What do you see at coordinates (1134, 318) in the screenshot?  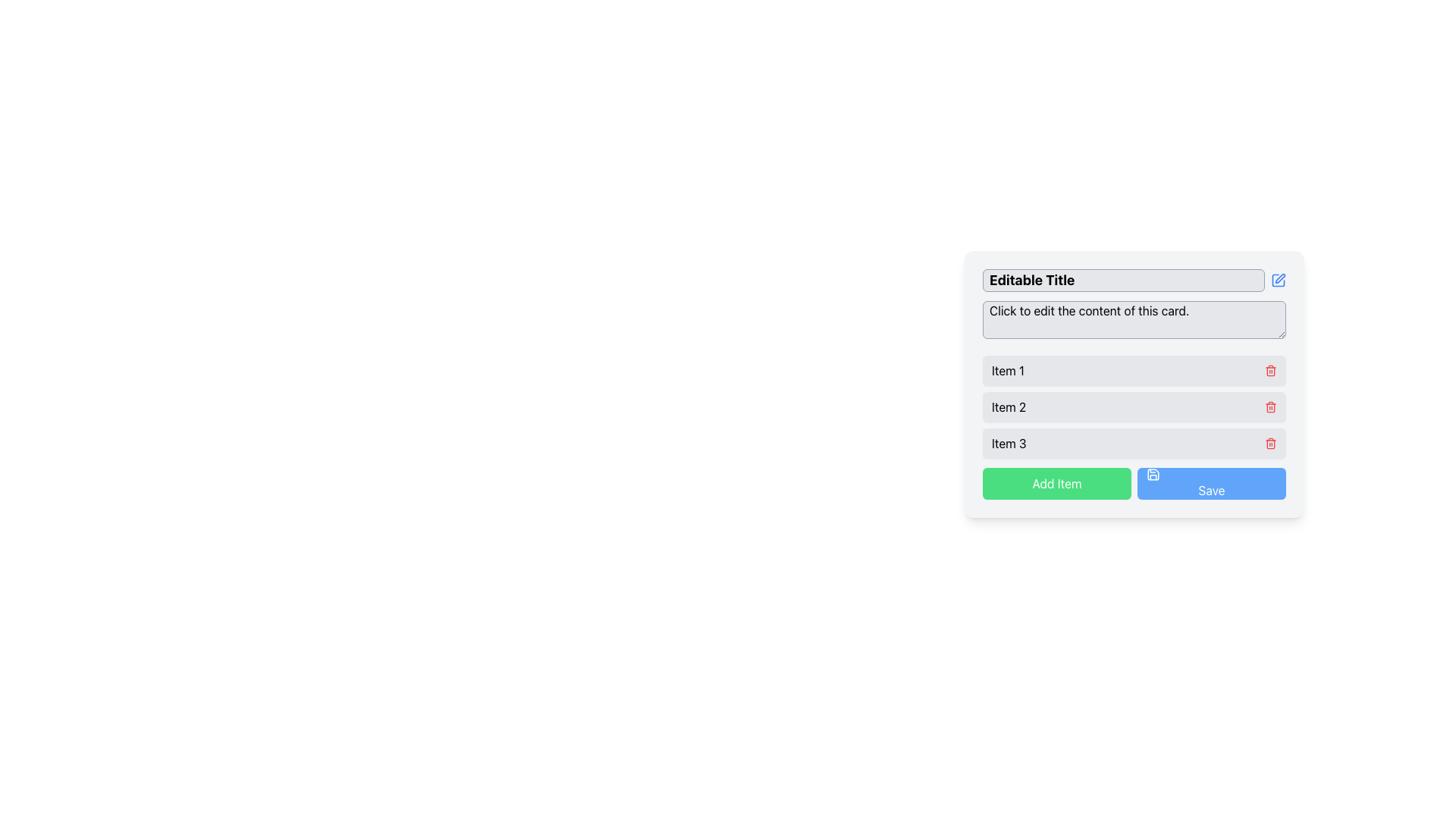 I see `on the editable text field located below the 'Editable Title'` at bounding box center [1134, 318].